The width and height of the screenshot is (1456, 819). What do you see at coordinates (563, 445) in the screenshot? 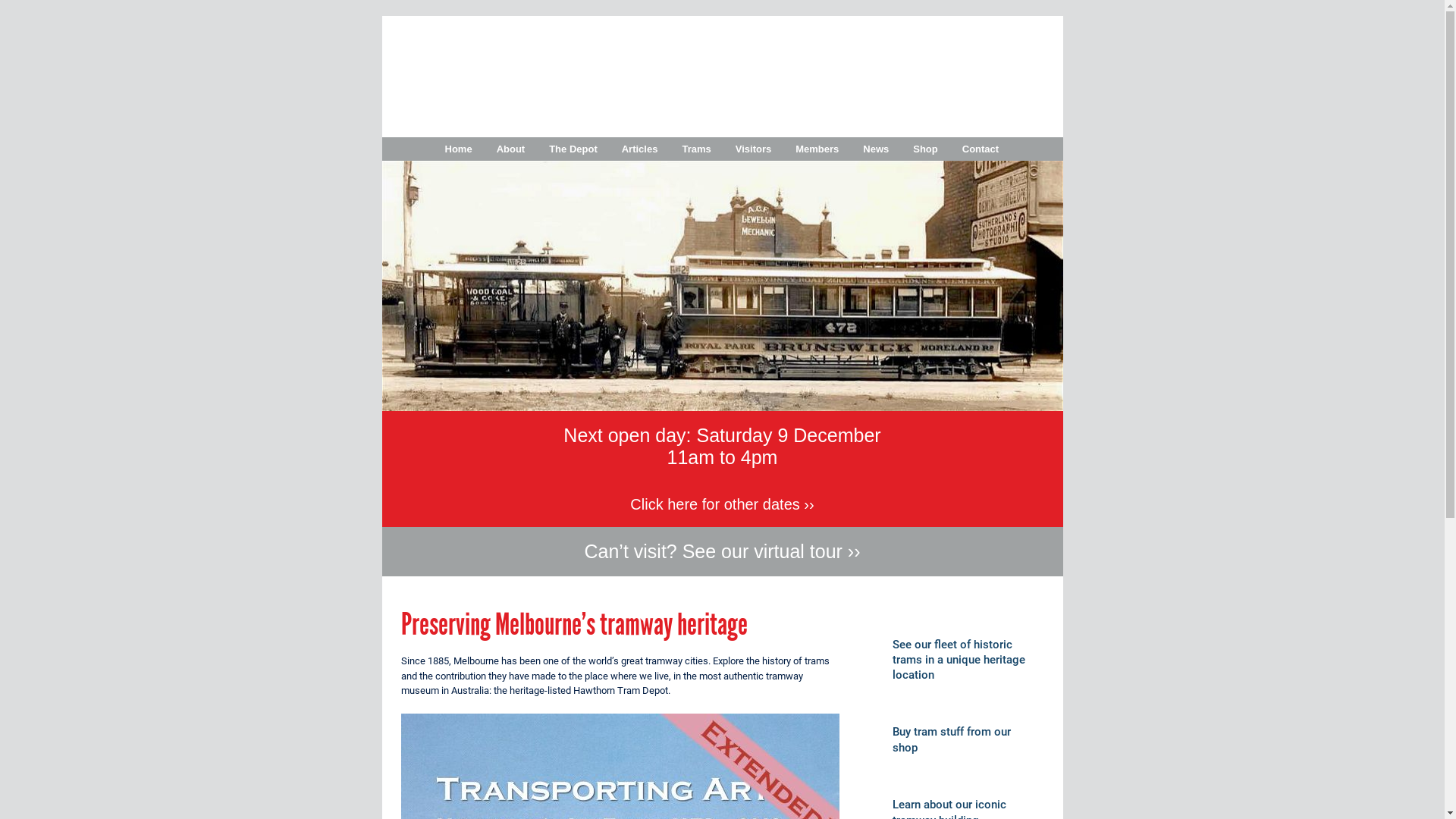
I see `'Next open day: Saturday 9 December` at bounding box center [563, 445].